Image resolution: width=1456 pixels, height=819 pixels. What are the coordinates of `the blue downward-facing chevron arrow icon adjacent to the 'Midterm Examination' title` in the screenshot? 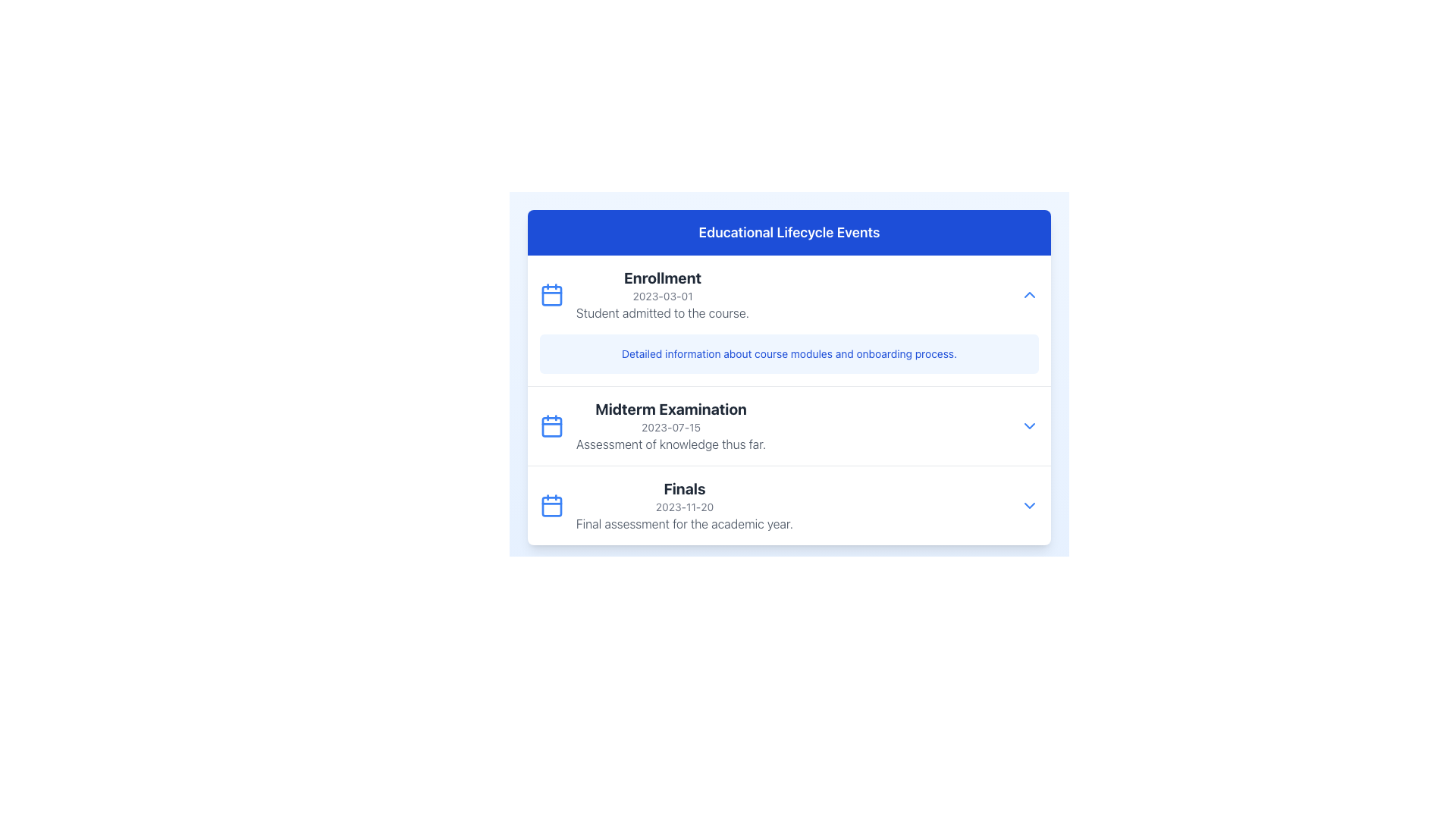 It's located at (1030, 426).